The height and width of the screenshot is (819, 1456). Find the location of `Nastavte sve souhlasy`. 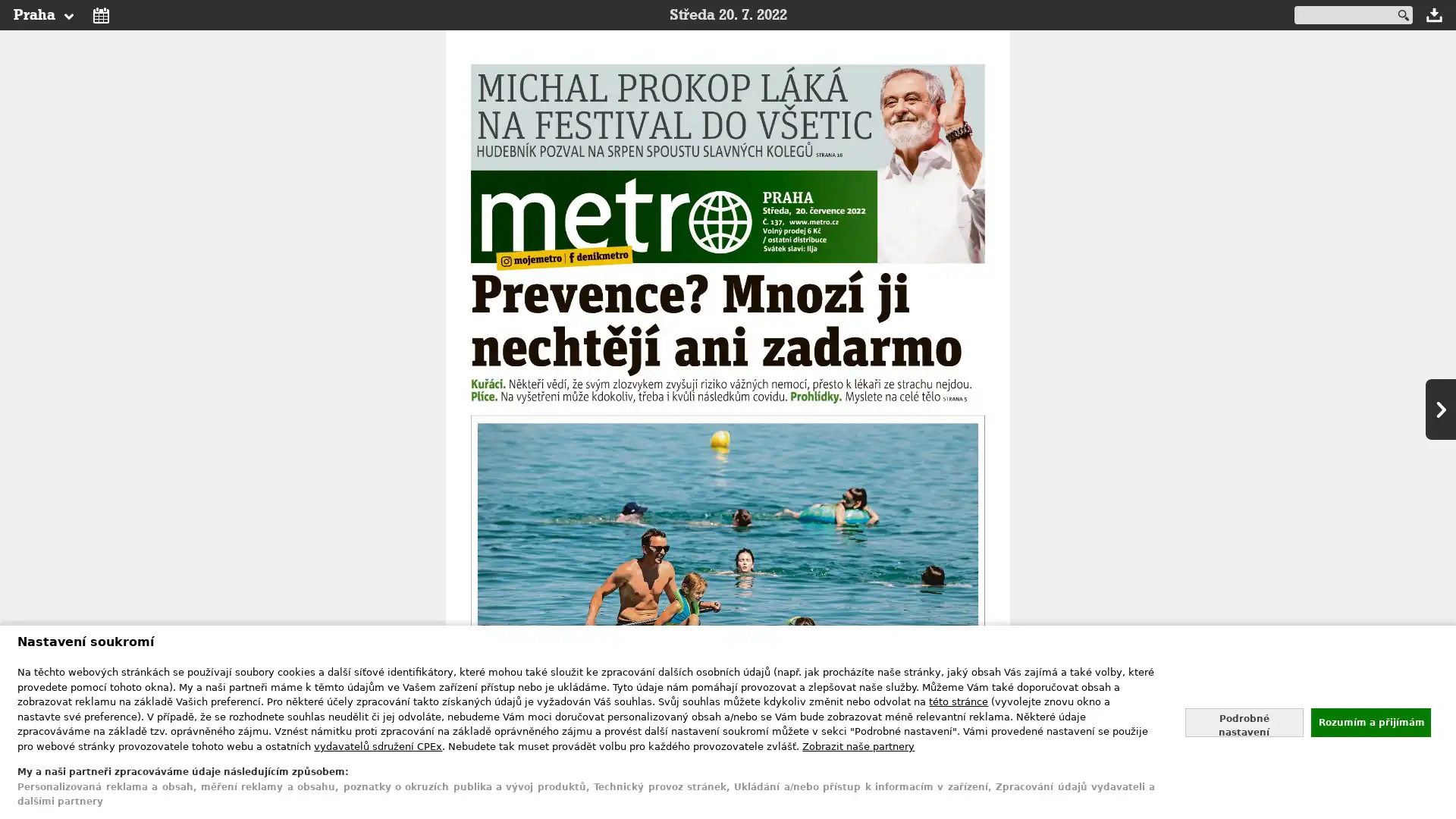

Nastavte sve souhlasy is located at coordinates (1244, 721).